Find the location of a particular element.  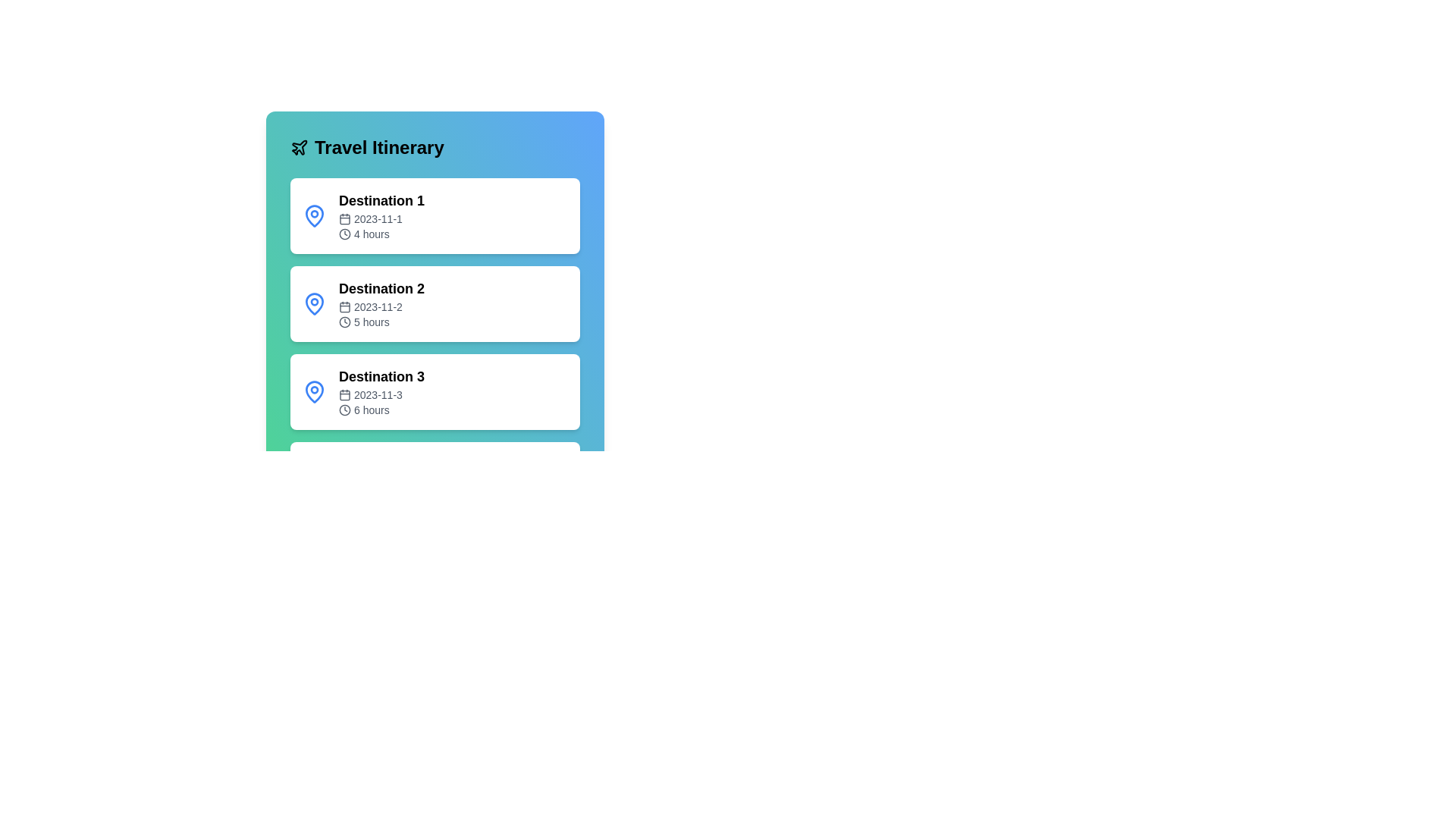

the informational card displaying details about 'Destination 3', which includes the date (2023-11-3) and duration (6 hours), positioned centrally in the third slot of the list is located at coordinates (435, 391).